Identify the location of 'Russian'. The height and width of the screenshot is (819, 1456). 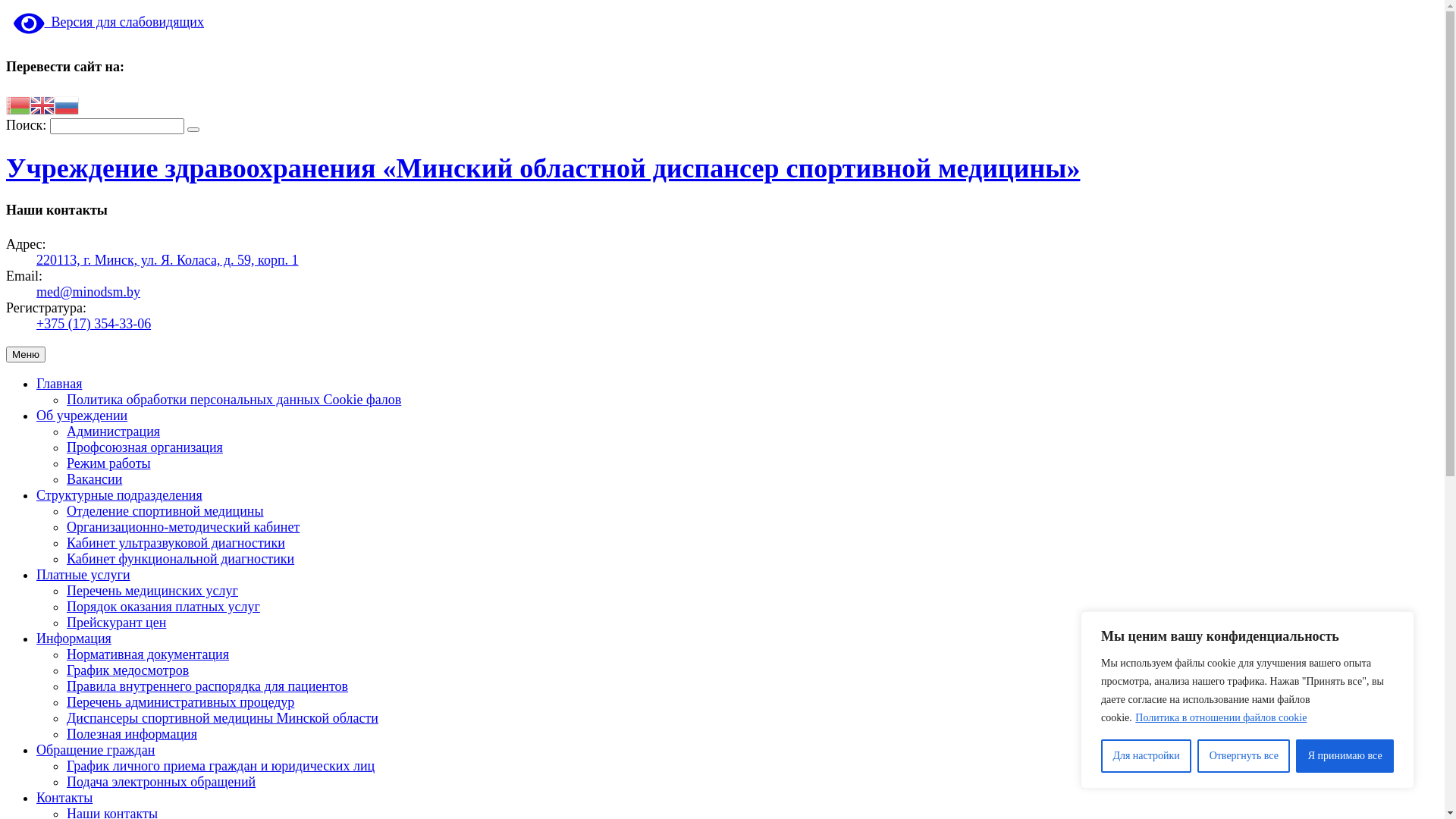
(55, 103).